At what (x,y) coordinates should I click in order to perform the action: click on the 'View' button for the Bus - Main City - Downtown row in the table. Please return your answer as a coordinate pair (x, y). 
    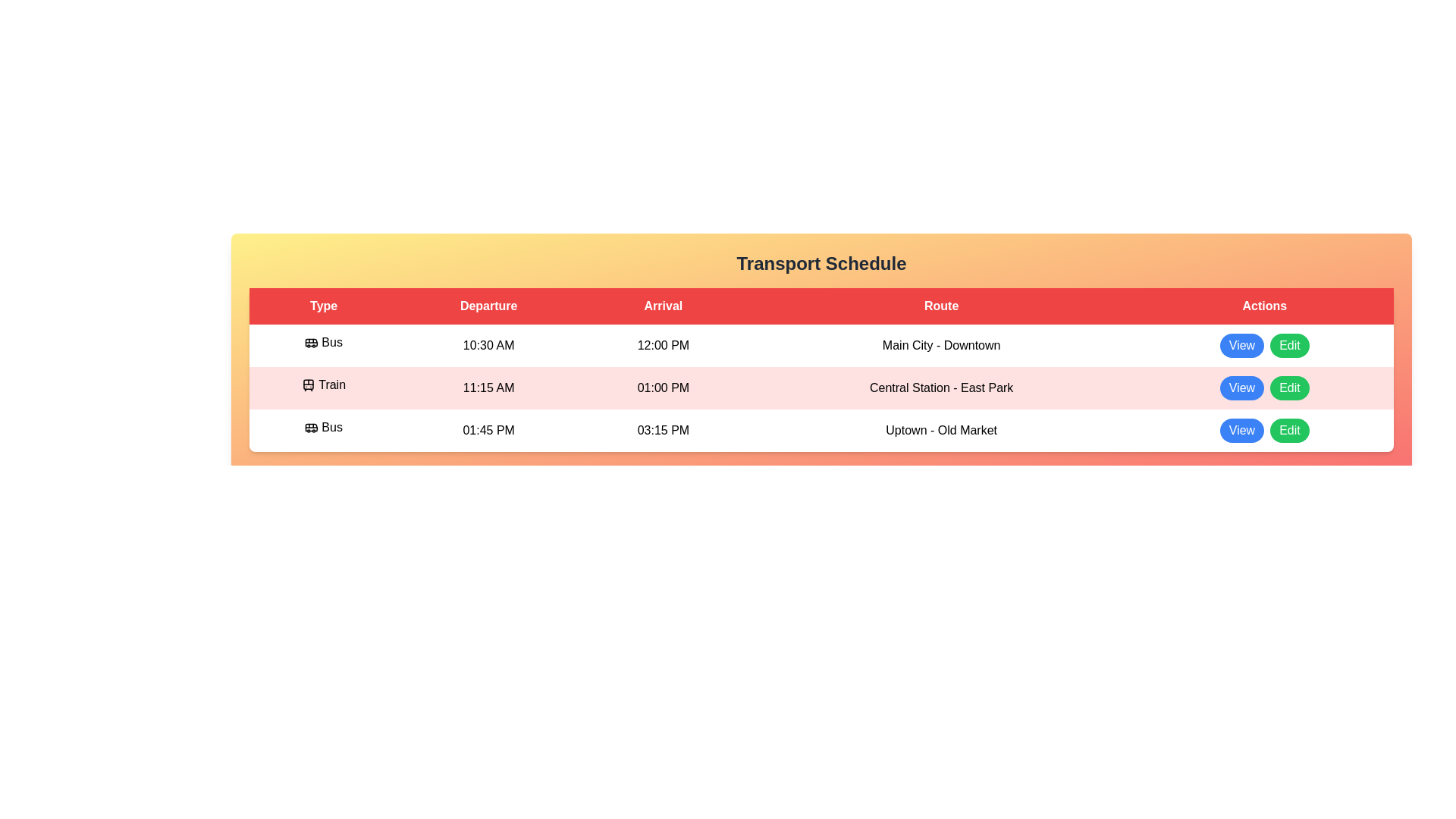
    Looking at the image, I should click on (1241, 345).